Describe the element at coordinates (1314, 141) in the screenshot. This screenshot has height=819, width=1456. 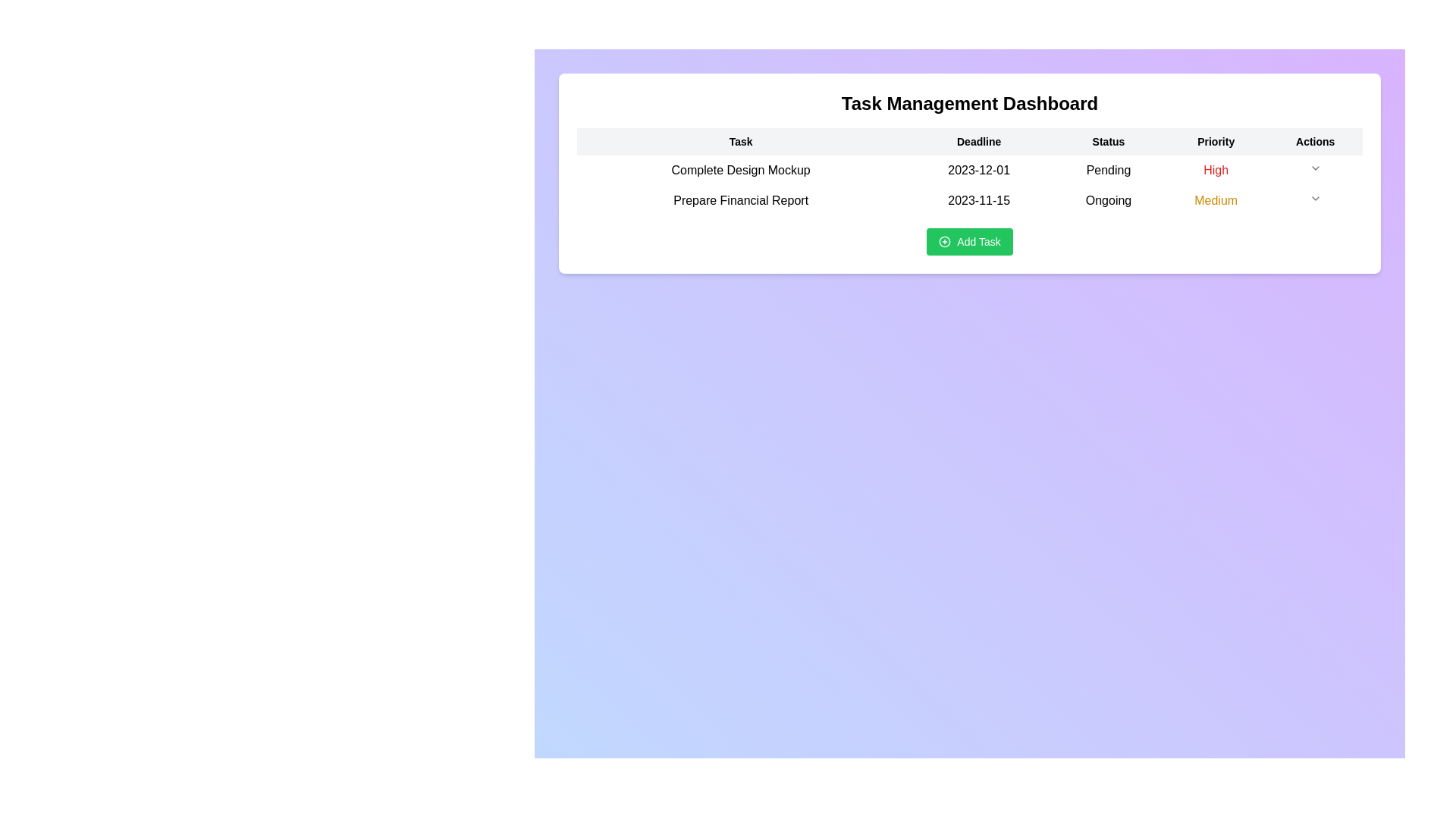
I see `the 'Actions' column header label in the table, which is the rightmost header located immediately to the right of the 'Priority' column` at that location.